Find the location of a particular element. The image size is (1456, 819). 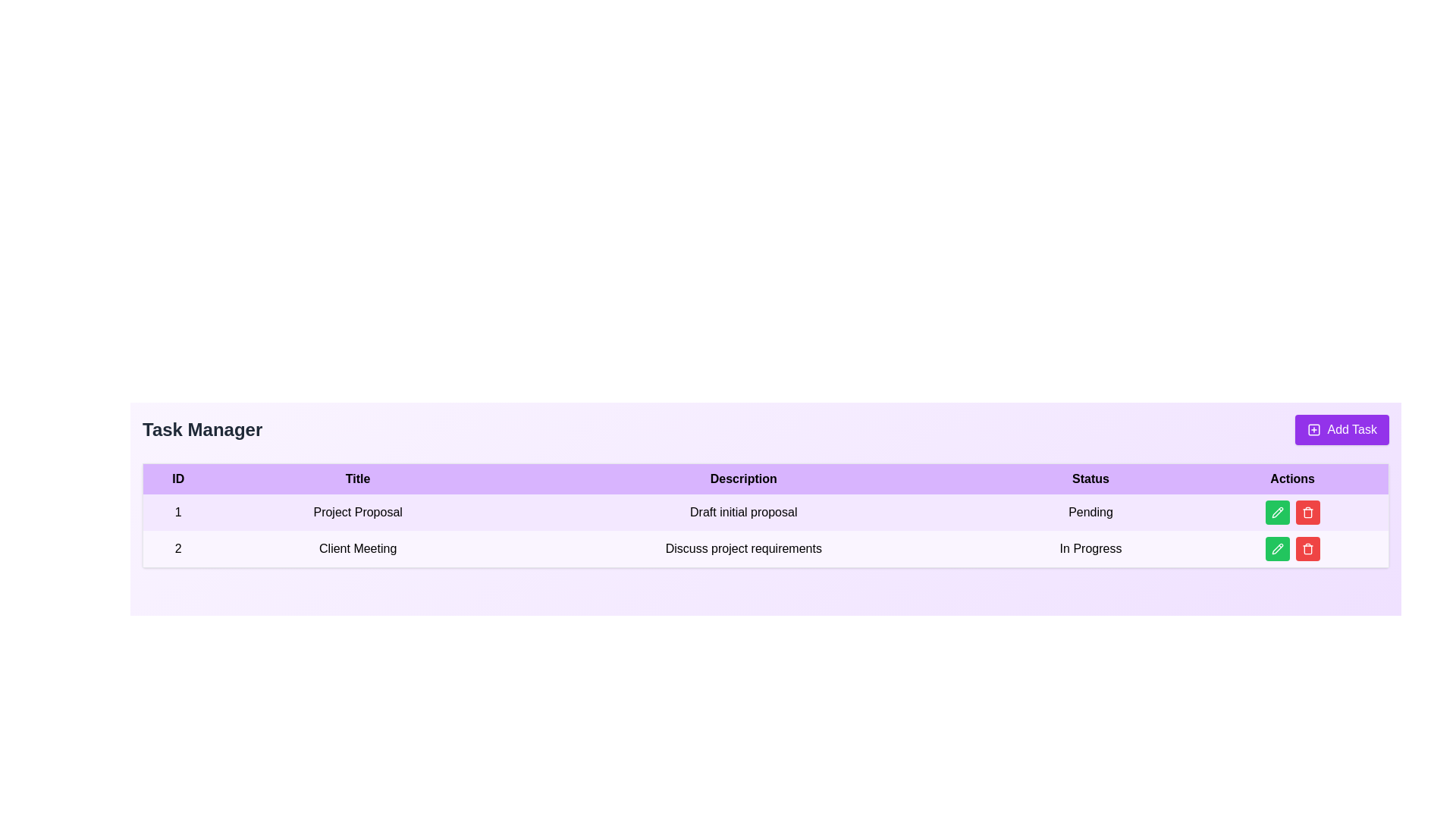

the text label 'Description' which is part of the table header, presented in bold black typography on a light purple background, positioned between 'Title' and 'Status' is located at coordinates (743, 479).